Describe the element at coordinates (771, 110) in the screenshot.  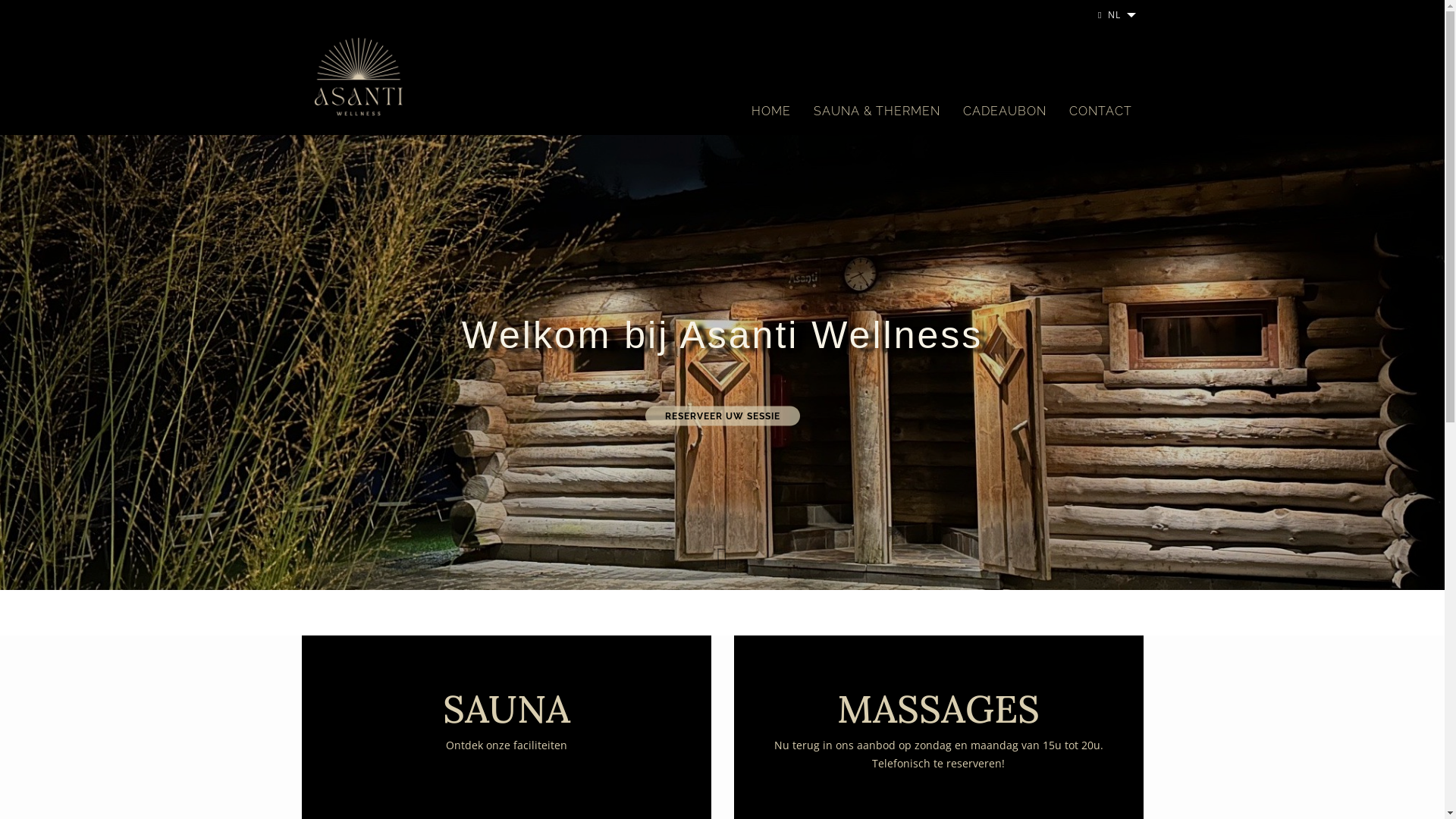
I see `'HOME'` at that location.